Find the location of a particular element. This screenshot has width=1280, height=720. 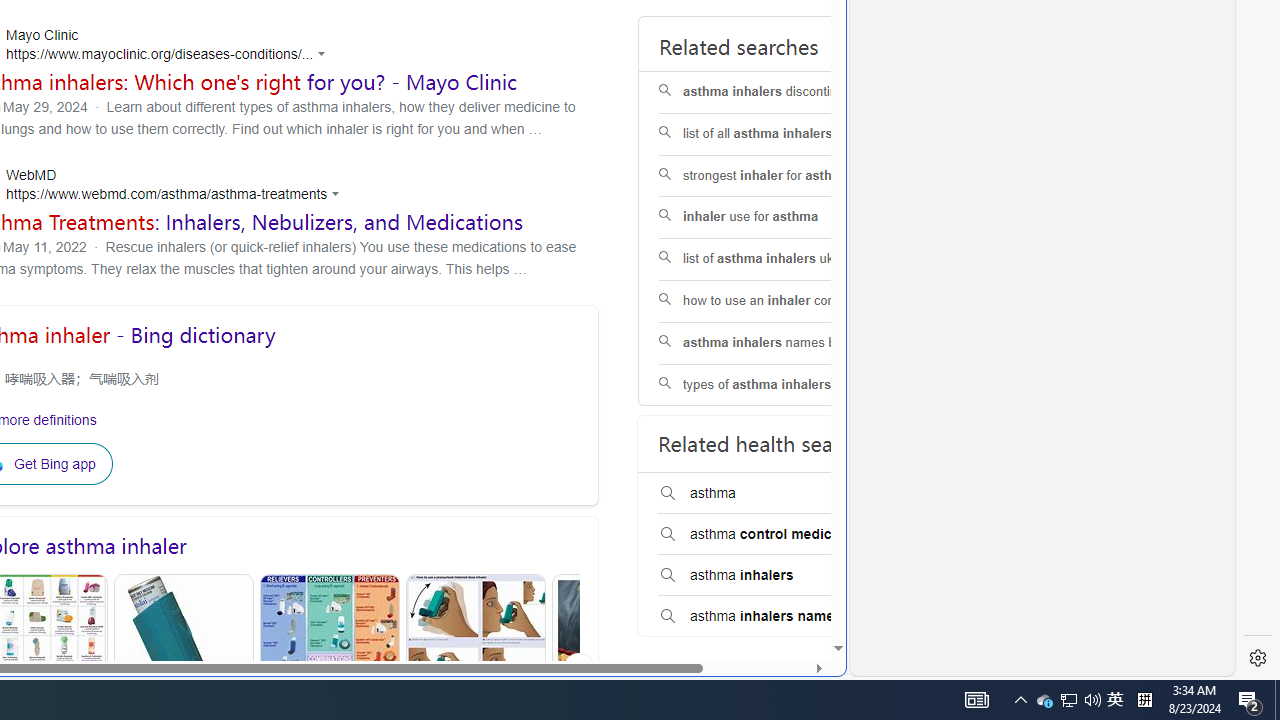

'list of all asthma inhalers' is located at coordinates (784, 134).